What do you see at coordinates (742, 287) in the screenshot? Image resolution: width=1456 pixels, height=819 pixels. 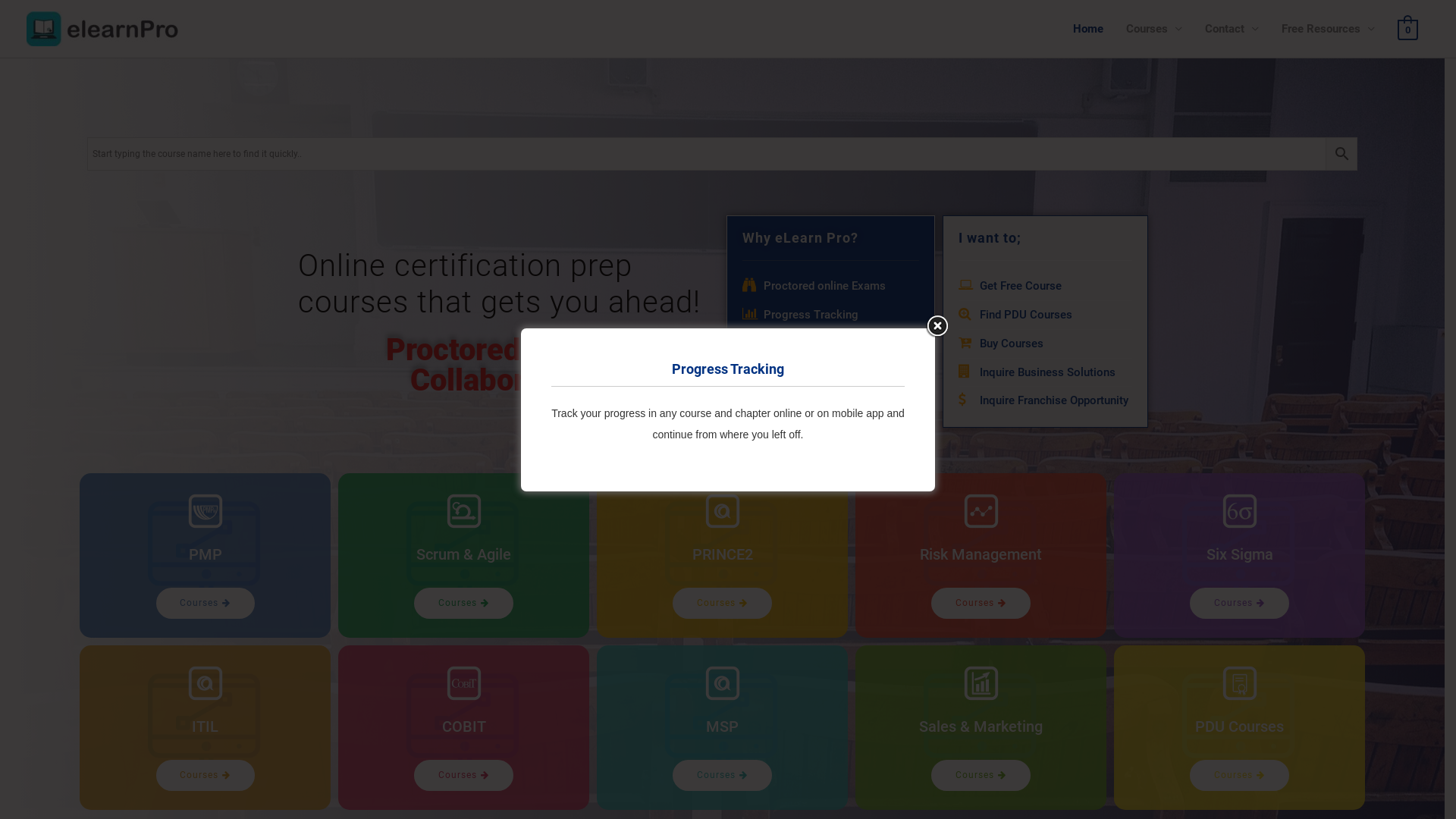 I see `'Proctored online Exams'` at bounding box center [742, 287].